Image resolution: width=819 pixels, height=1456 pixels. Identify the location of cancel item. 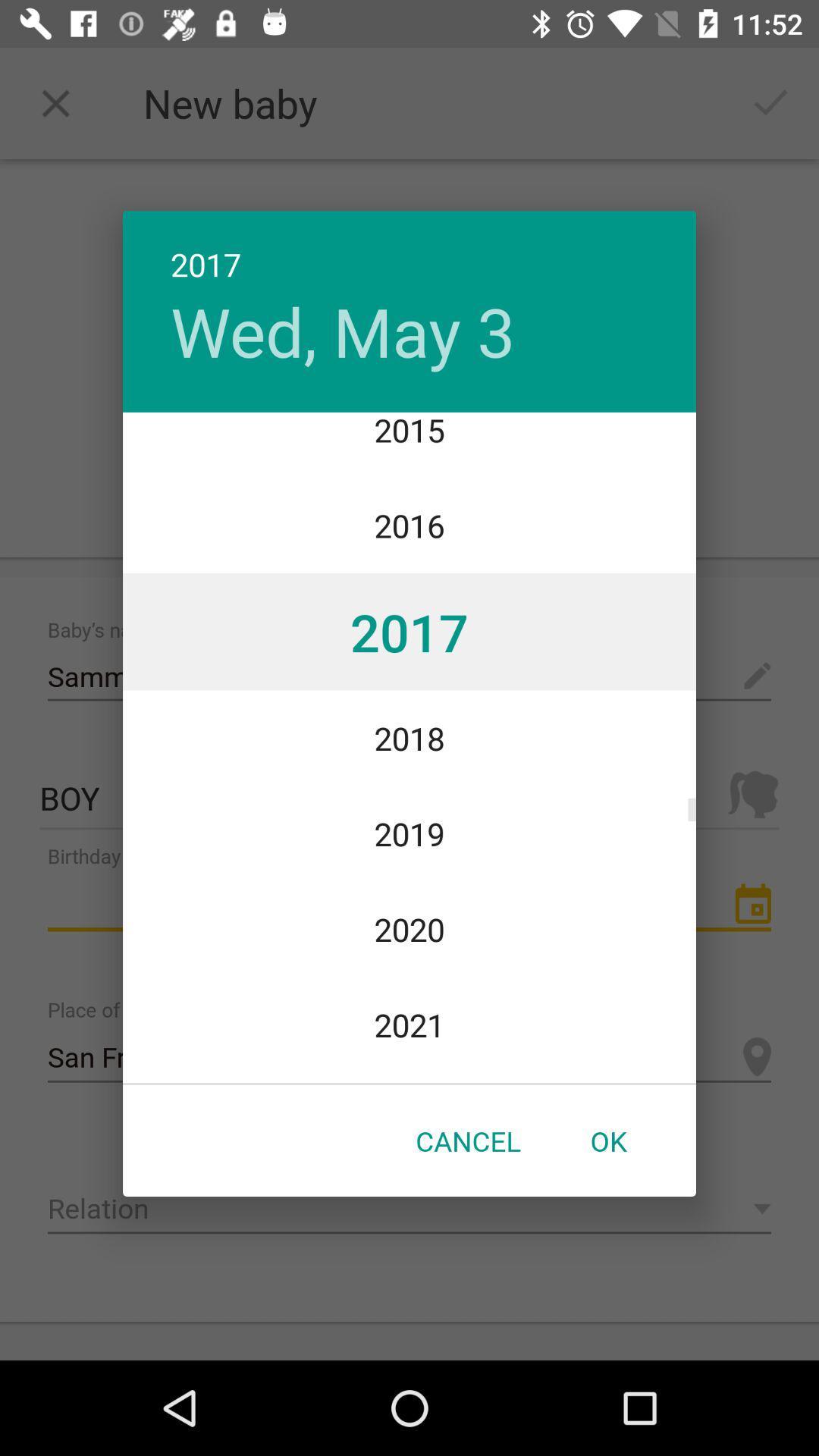
(467, 1141).